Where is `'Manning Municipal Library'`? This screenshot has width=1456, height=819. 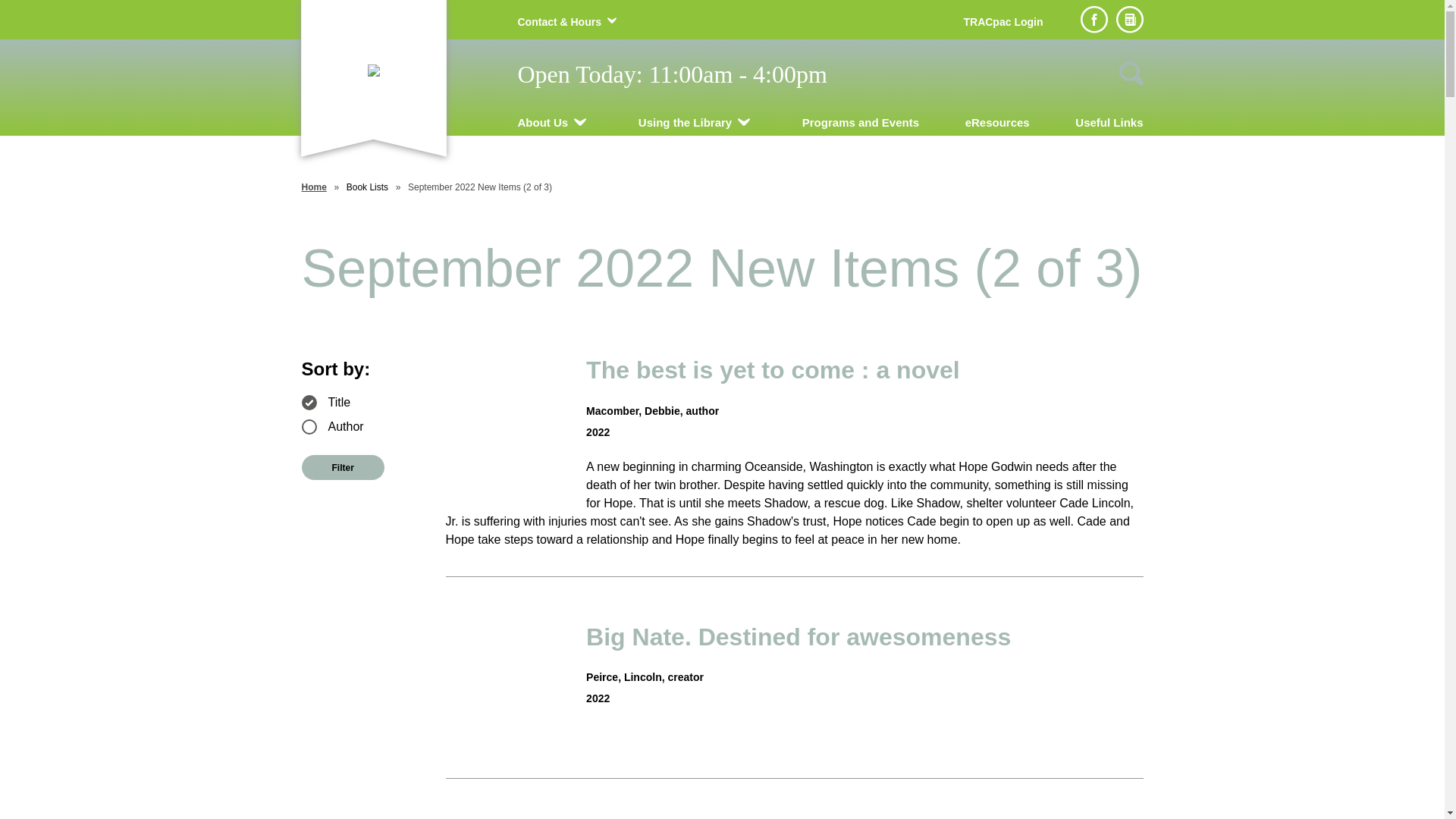 'Manning Municipal Library' is located at coordinates (372, 70).